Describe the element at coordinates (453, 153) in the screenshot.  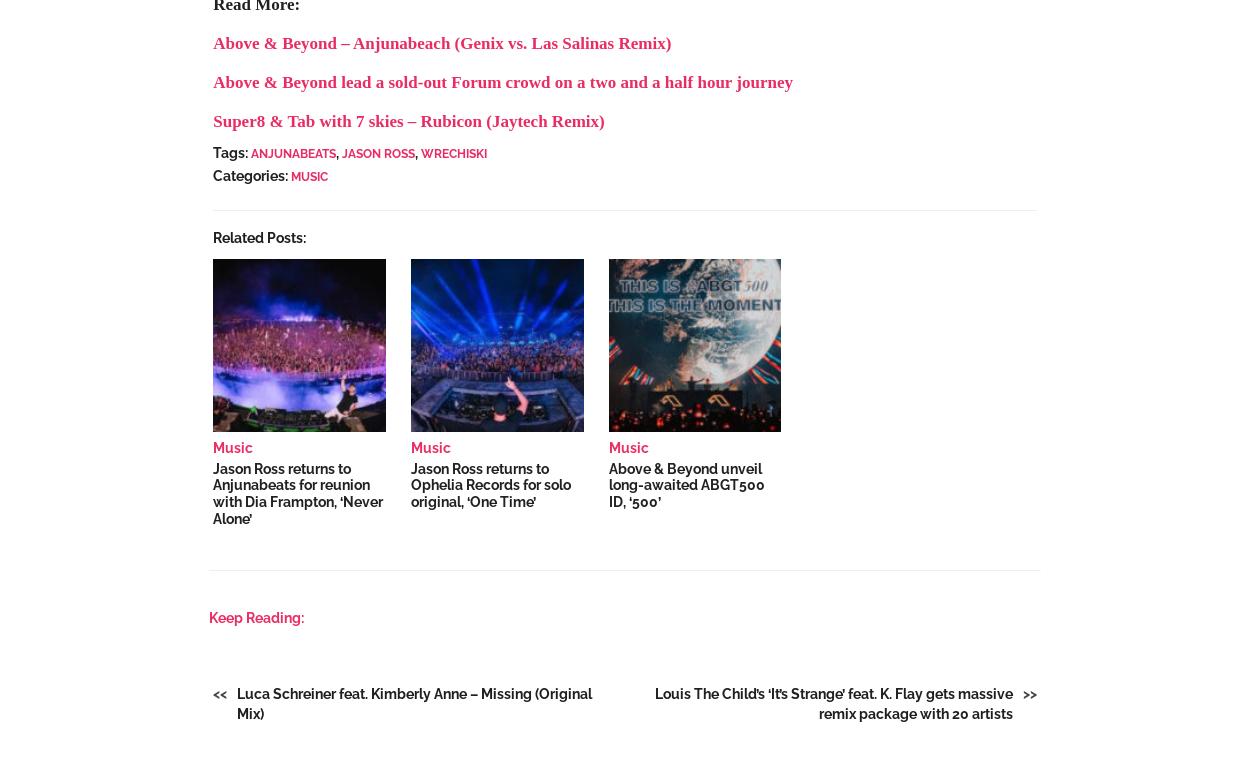
I see `'Wrechiski'` at that location.